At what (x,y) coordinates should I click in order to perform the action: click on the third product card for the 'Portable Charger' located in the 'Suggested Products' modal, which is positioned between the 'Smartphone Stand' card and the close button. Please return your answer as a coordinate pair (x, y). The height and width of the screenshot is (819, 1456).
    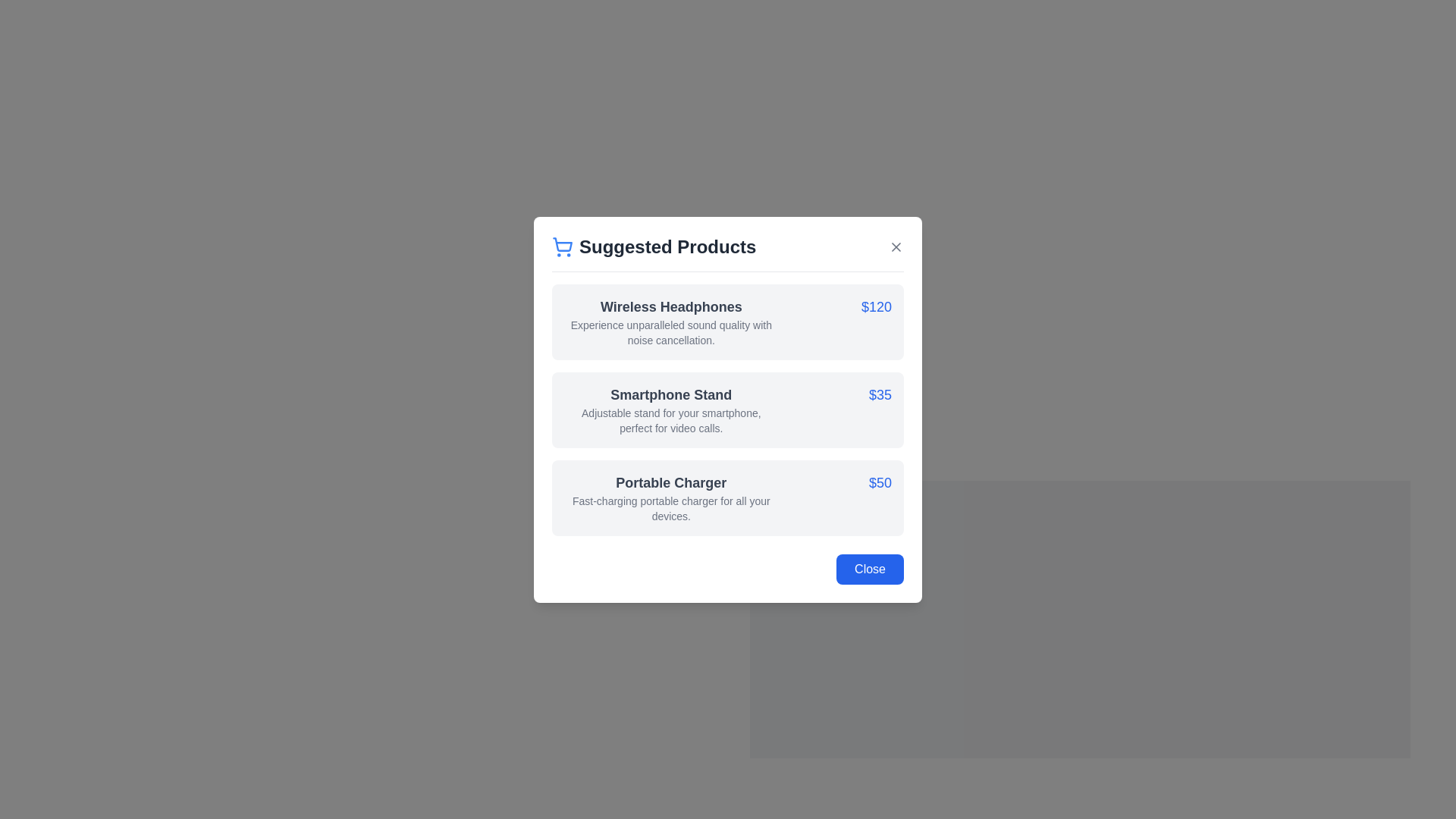
    Looking at the image, I should click on (728, 497).